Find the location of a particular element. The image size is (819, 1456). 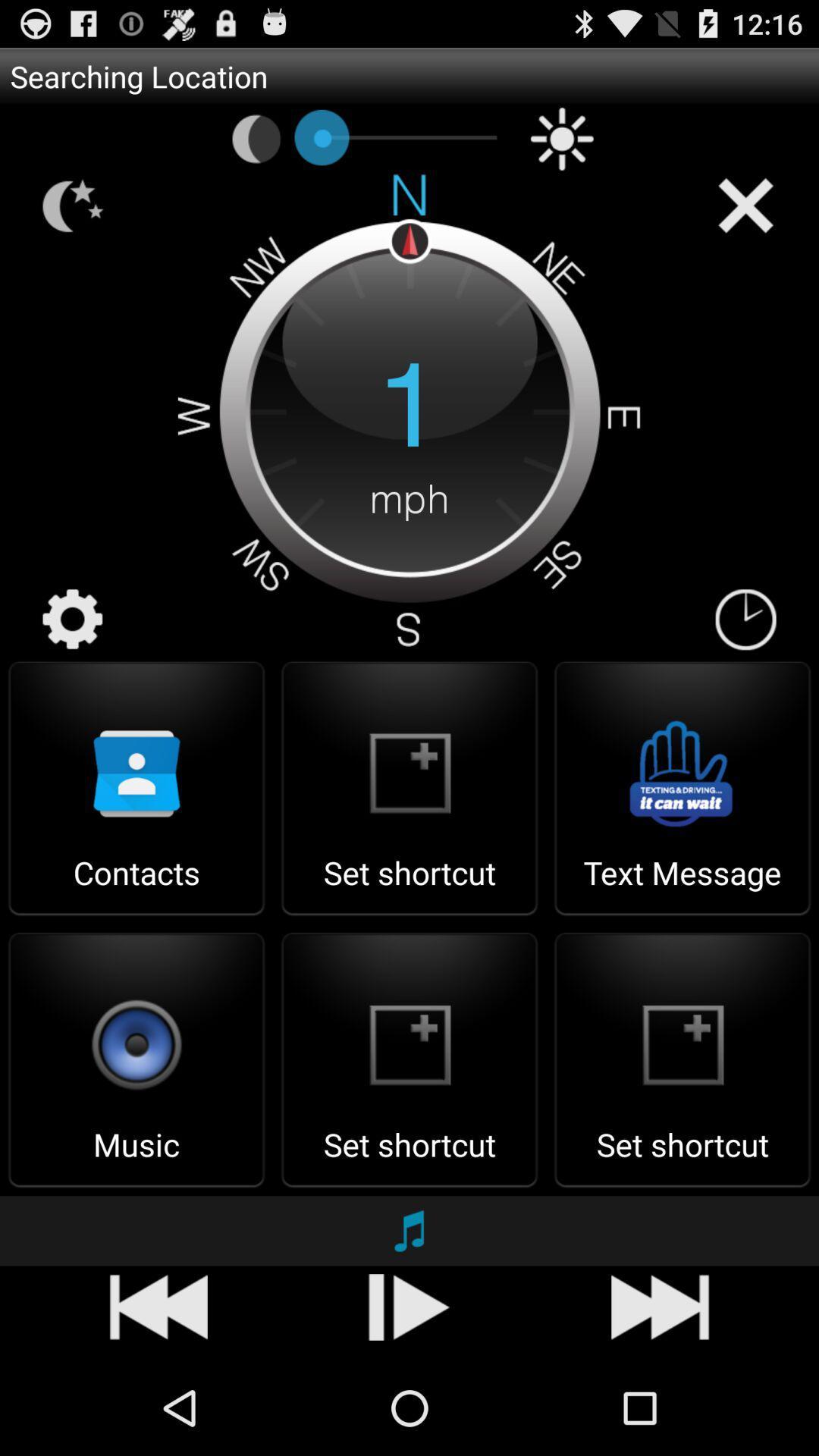

the skip_next icon is located at coordinates (659, 1398).